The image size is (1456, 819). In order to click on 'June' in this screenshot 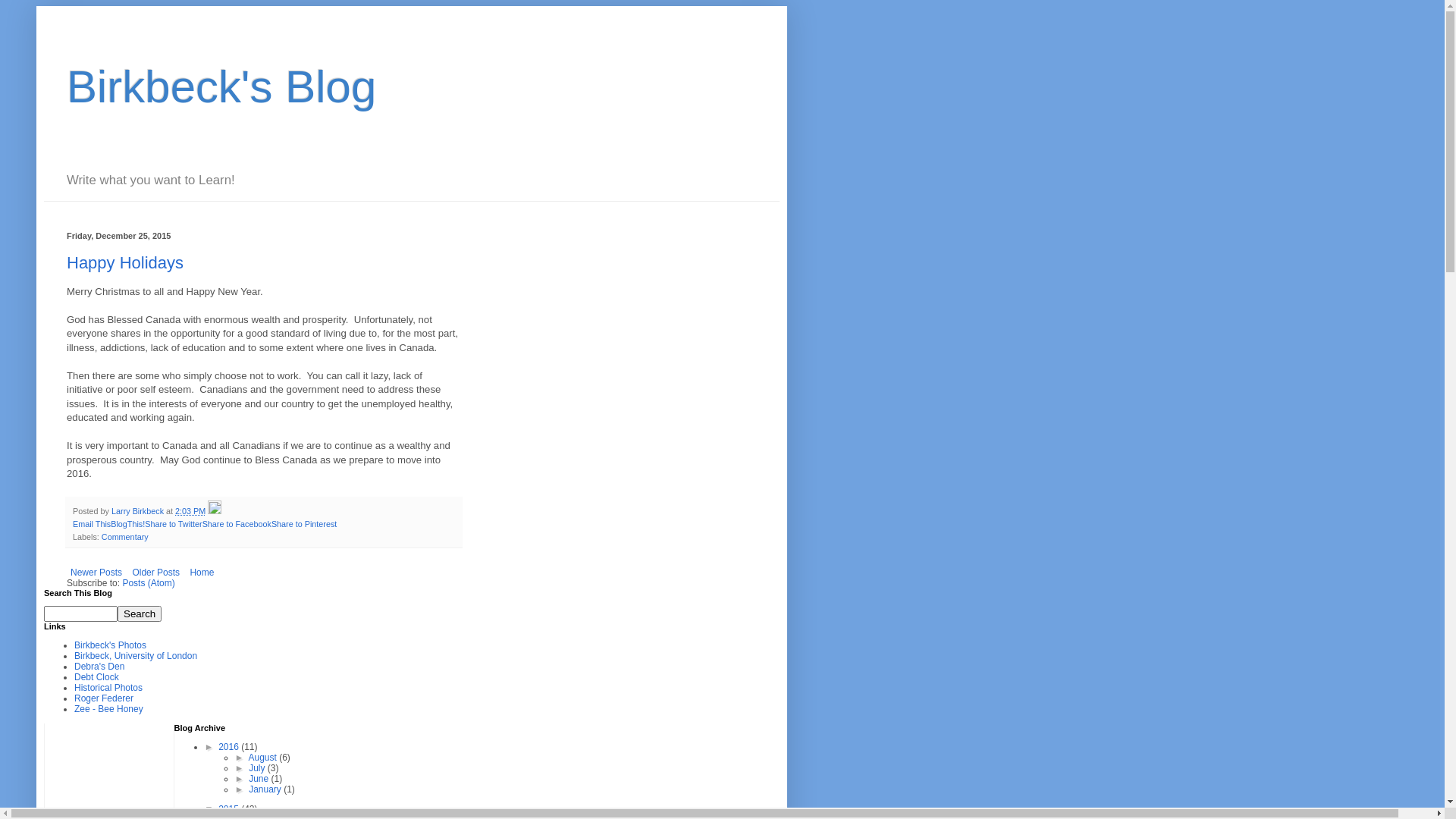, I will do `click(259, 778)`.